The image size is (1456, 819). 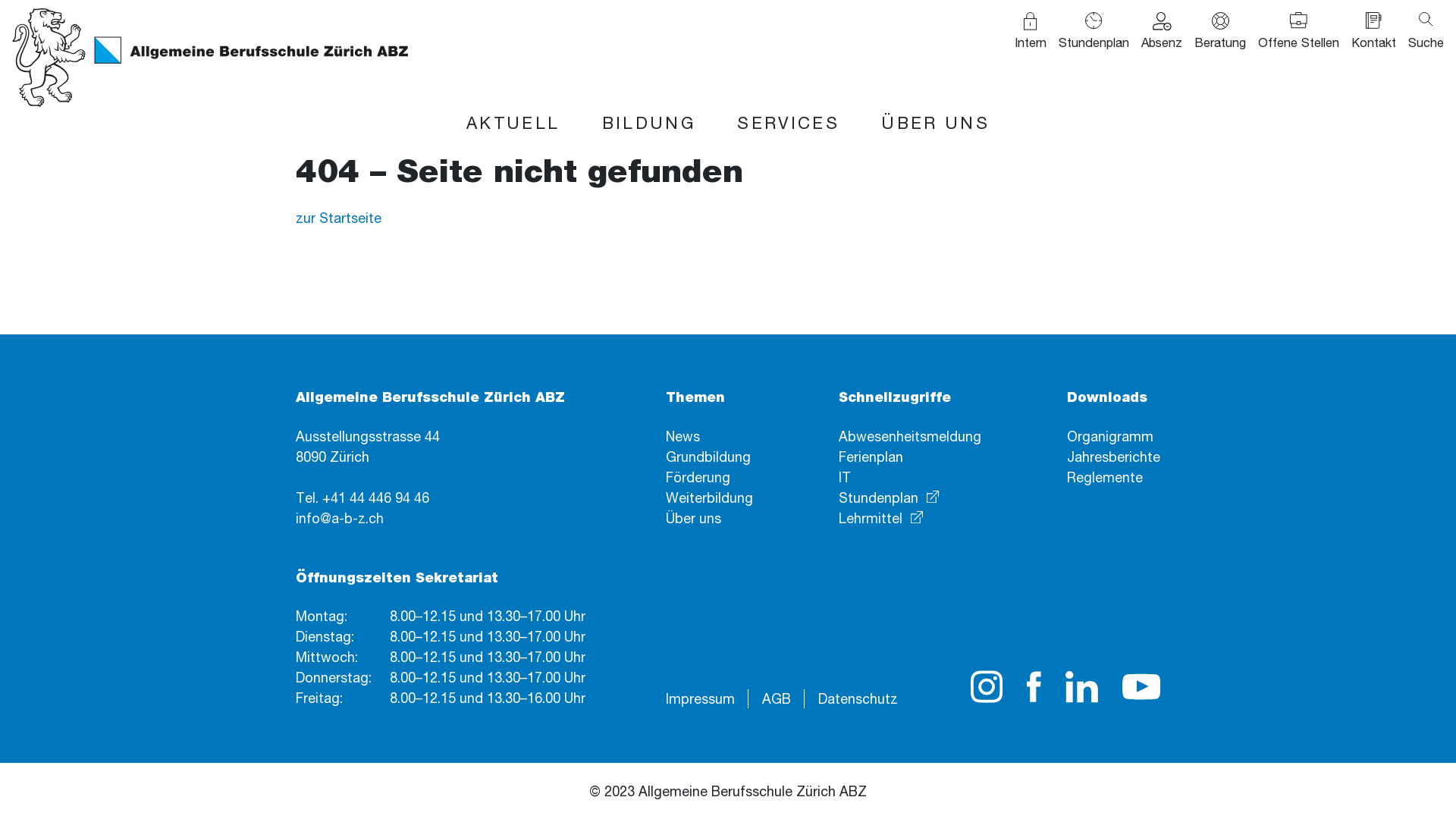 I want to click on 'zur Startseite', so click(x=337, y=217).